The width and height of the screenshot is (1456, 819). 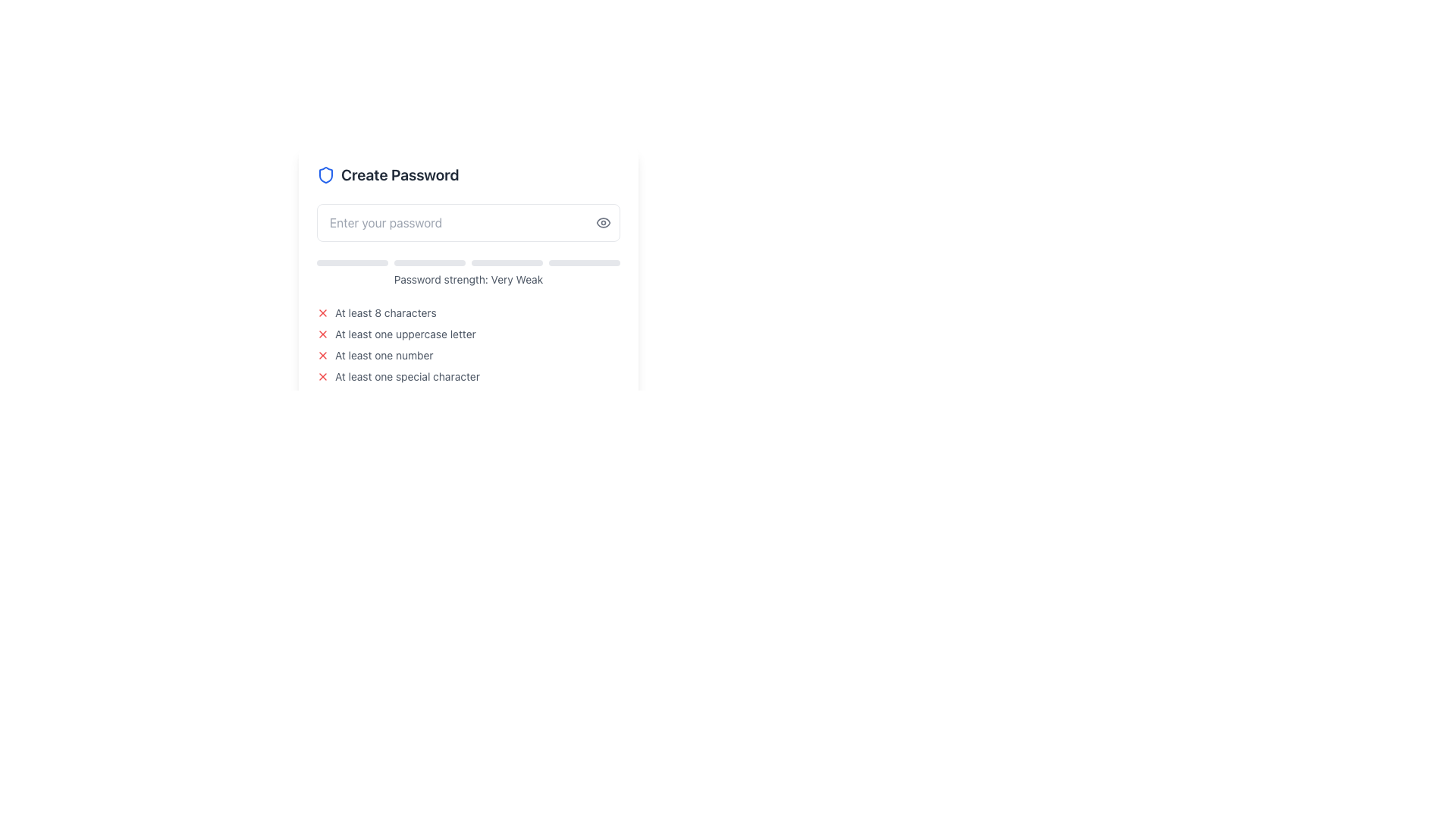 I want to click on the password requirement status icon that indicates 'At least one uppercase letter' is not met, represented by a red 'X' symbol, located to the left of the associated description text, so click(x=322, y=333).